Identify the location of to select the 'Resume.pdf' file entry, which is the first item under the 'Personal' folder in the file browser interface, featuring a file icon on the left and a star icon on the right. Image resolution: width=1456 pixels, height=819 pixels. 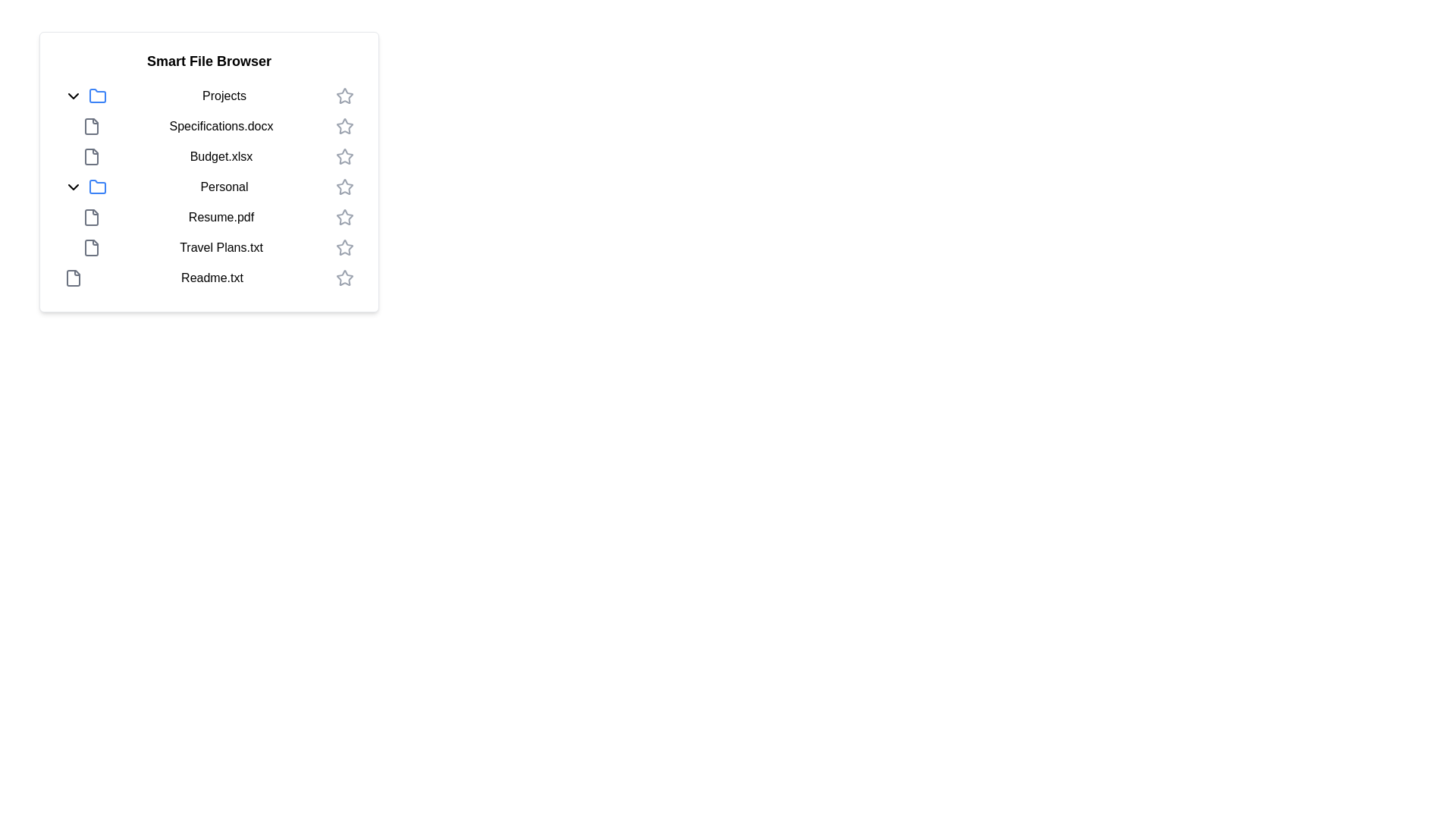
(218, 217).